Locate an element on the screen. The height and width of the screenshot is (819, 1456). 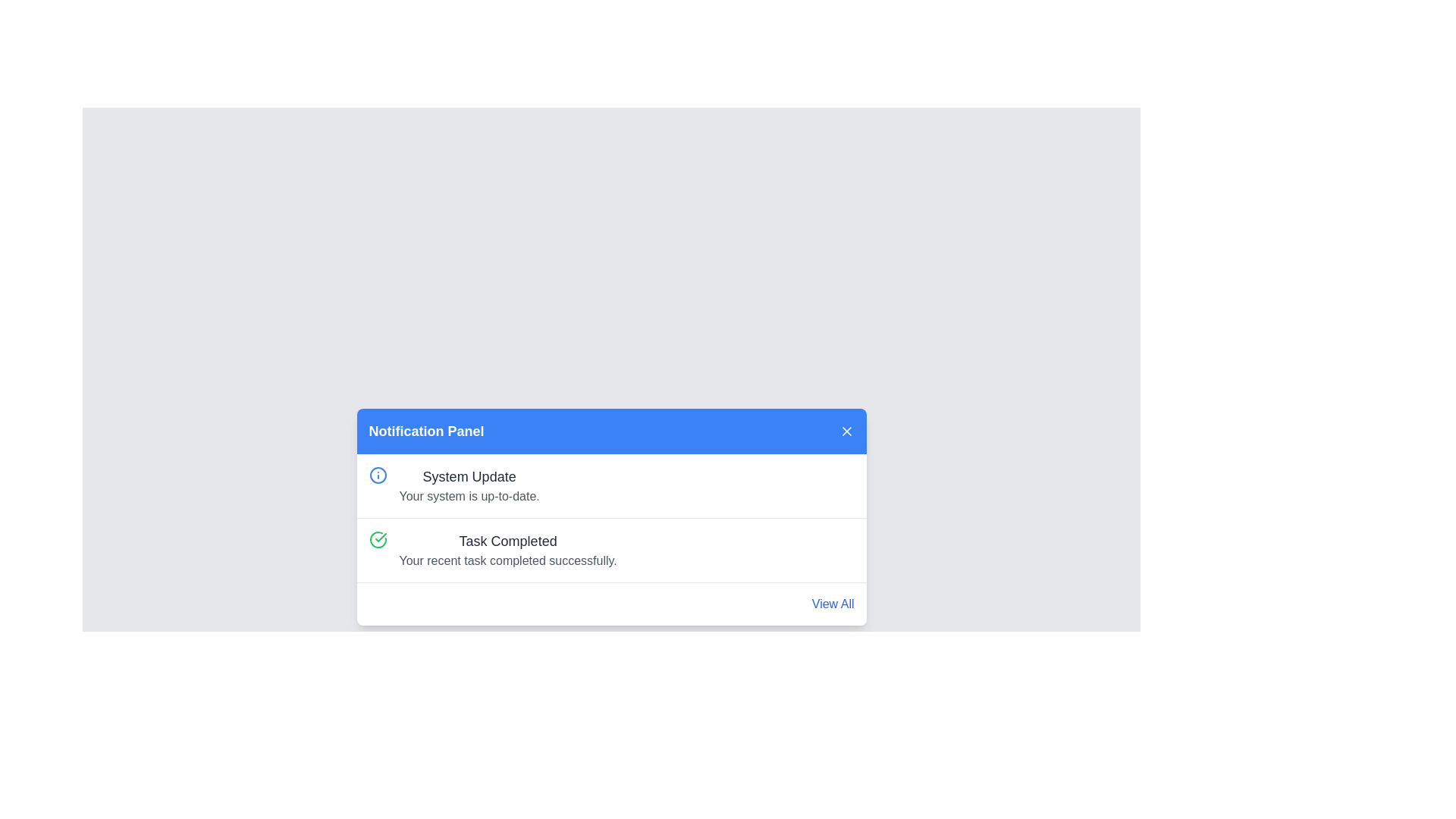
the text label component that displays 'Task Completed.' This element is styled in bold, larger font, and is dark gray, located in the lower section of a notification card is located at coordinates (508, 540).